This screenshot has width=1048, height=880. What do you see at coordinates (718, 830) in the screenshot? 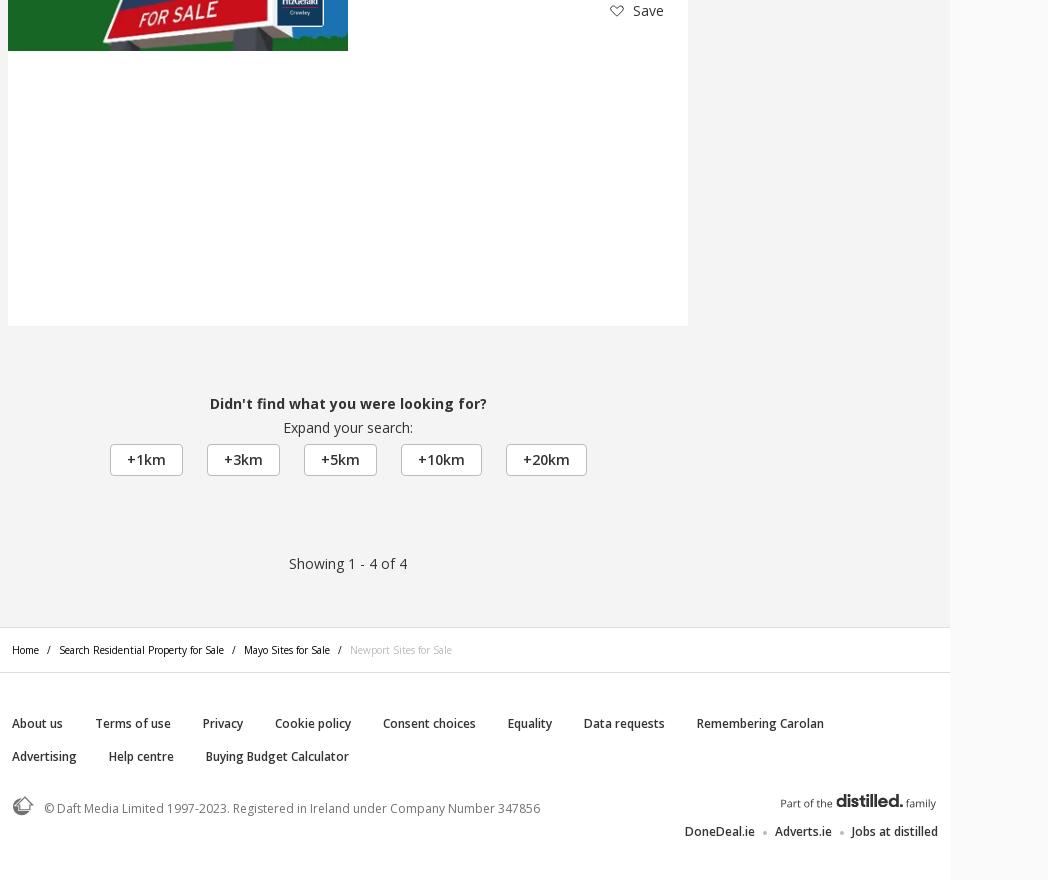
I see `'DoneDeal.ie'` at bounding box center [718, 830].